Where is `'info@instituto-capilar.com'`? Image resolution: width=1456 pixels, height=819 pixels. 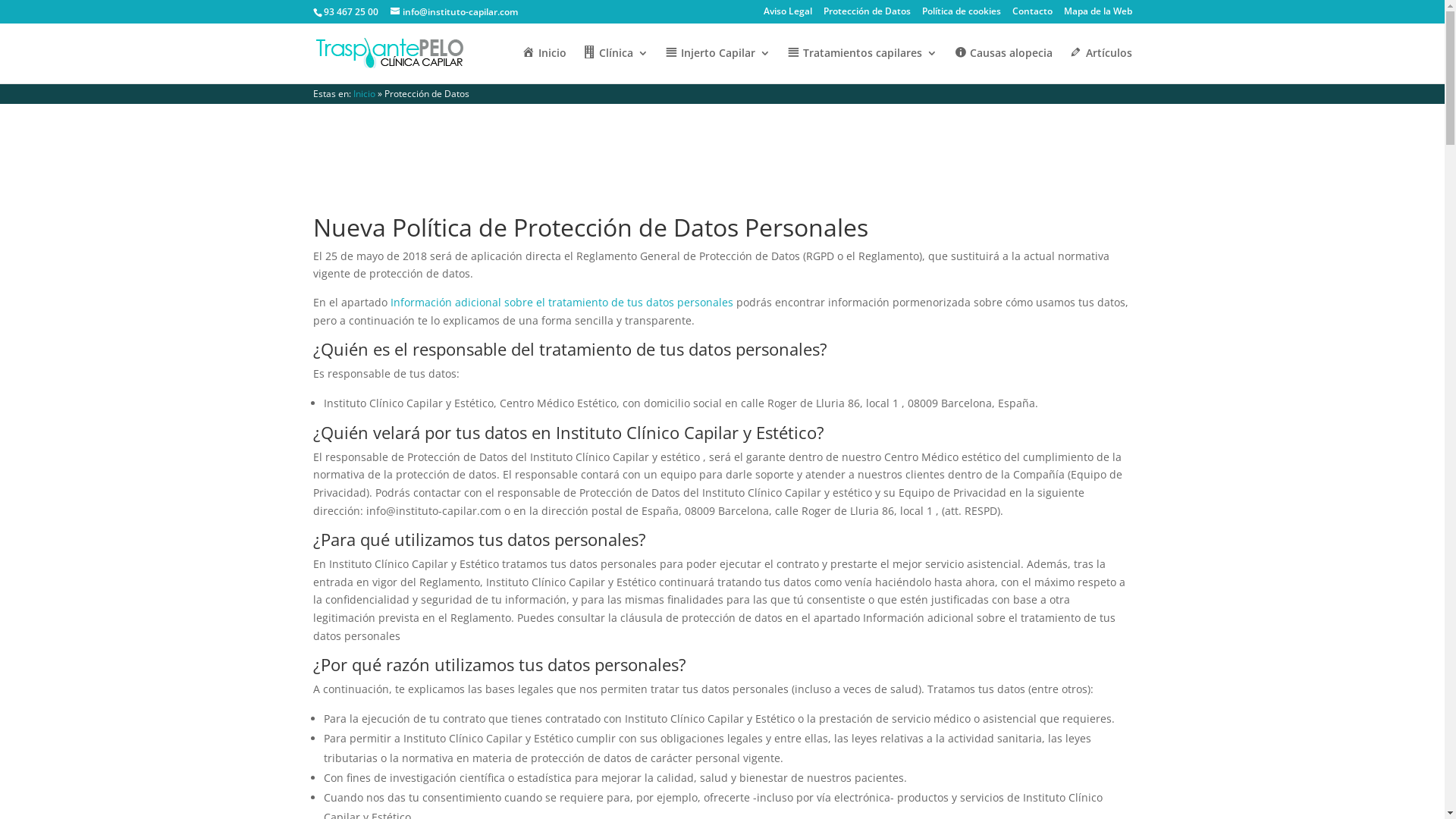
'info@instituto-capilar.com' is located at coordinates (453, 11).